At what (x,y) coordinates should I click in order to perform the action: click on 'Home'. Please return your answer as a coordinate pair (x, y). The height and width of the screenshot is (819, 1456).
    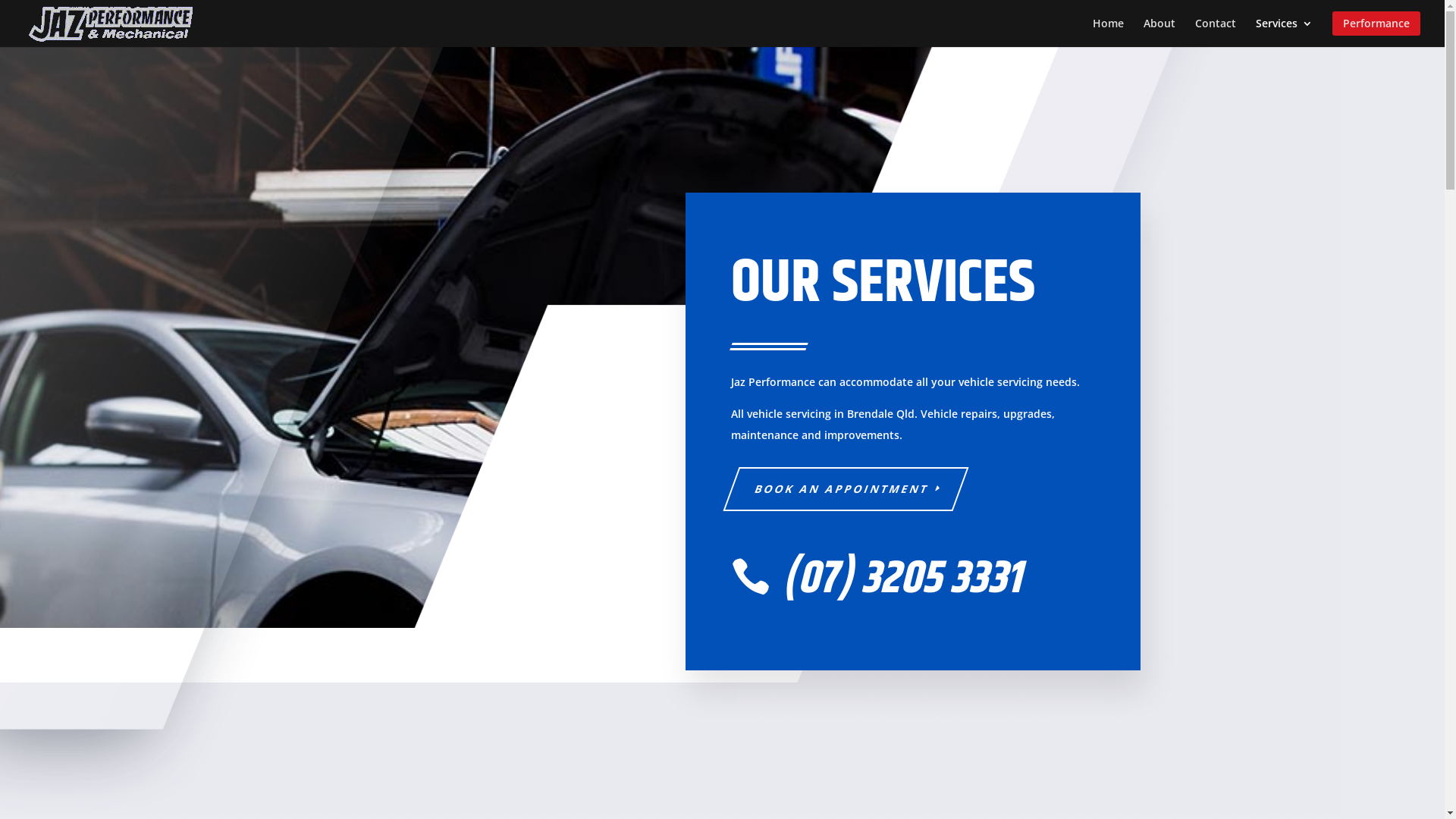
    Looking at the image, I should click on (1108, 29).